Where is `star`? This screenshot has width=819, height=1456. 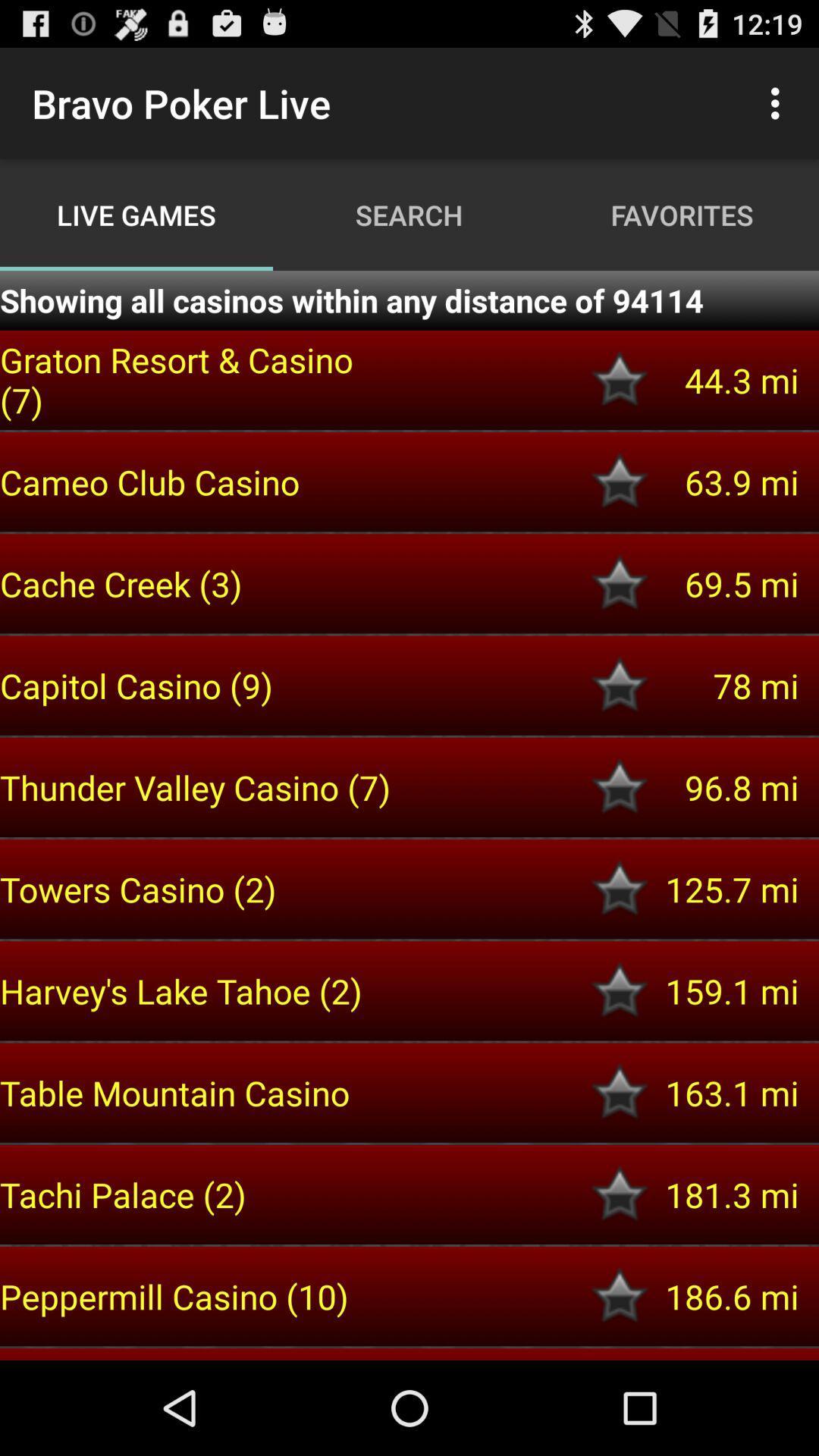 star is located at coordinates (620, 889).